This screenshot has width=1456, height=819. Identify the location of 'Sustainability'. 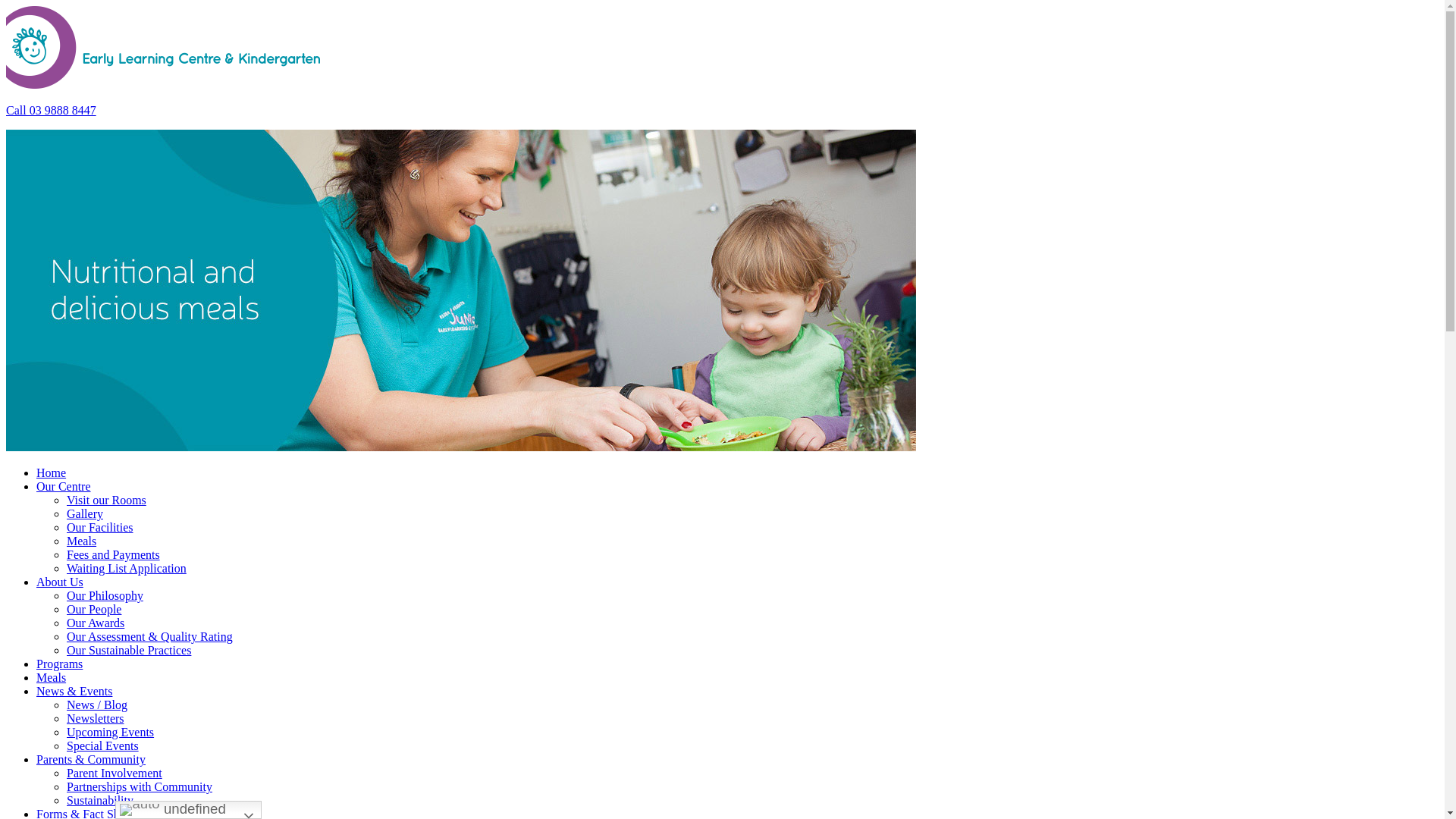
(99, 799).